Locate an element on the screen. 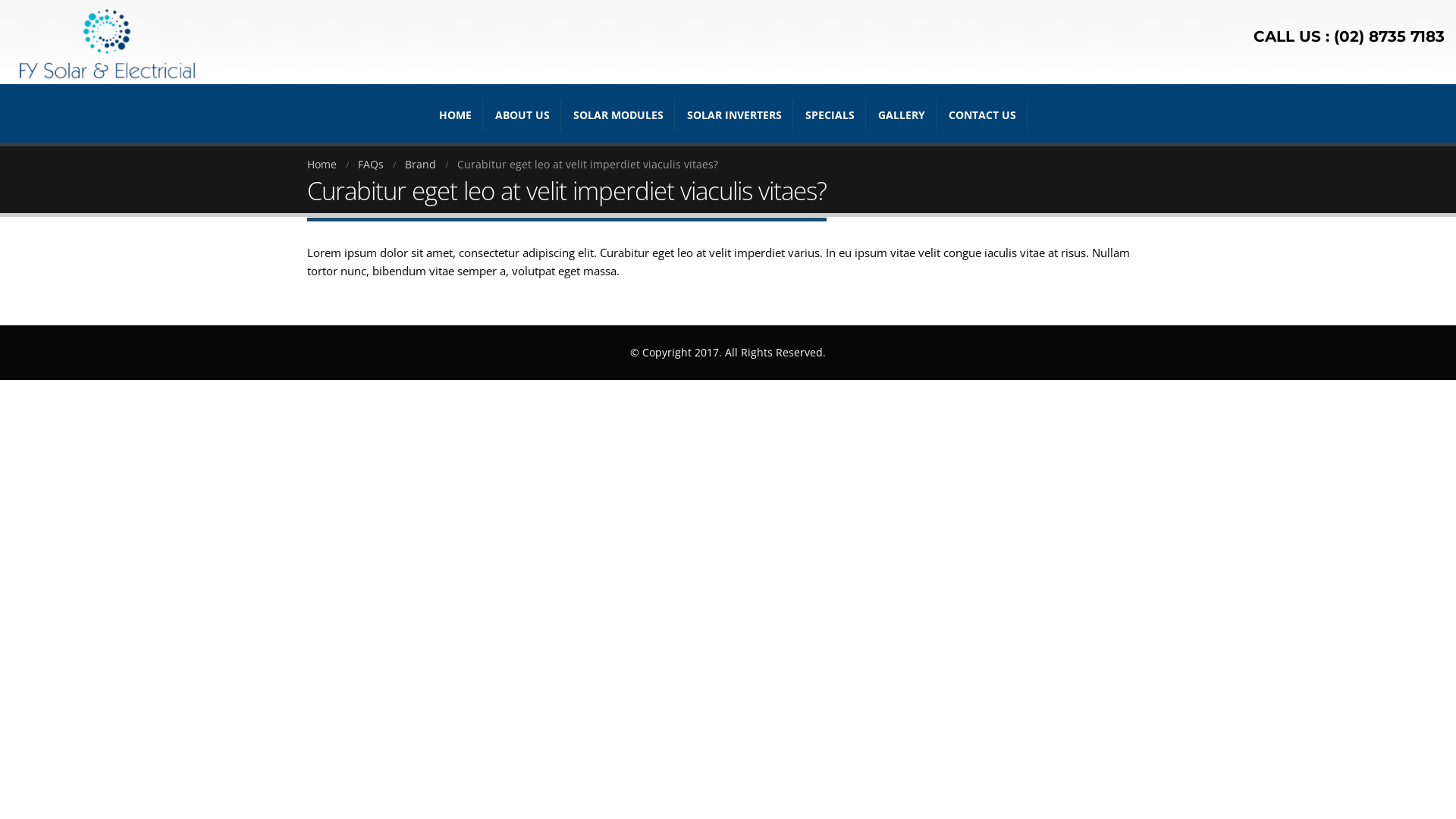 The image size is (1456, 819). 'Home' is located at coordinates (321, 164).